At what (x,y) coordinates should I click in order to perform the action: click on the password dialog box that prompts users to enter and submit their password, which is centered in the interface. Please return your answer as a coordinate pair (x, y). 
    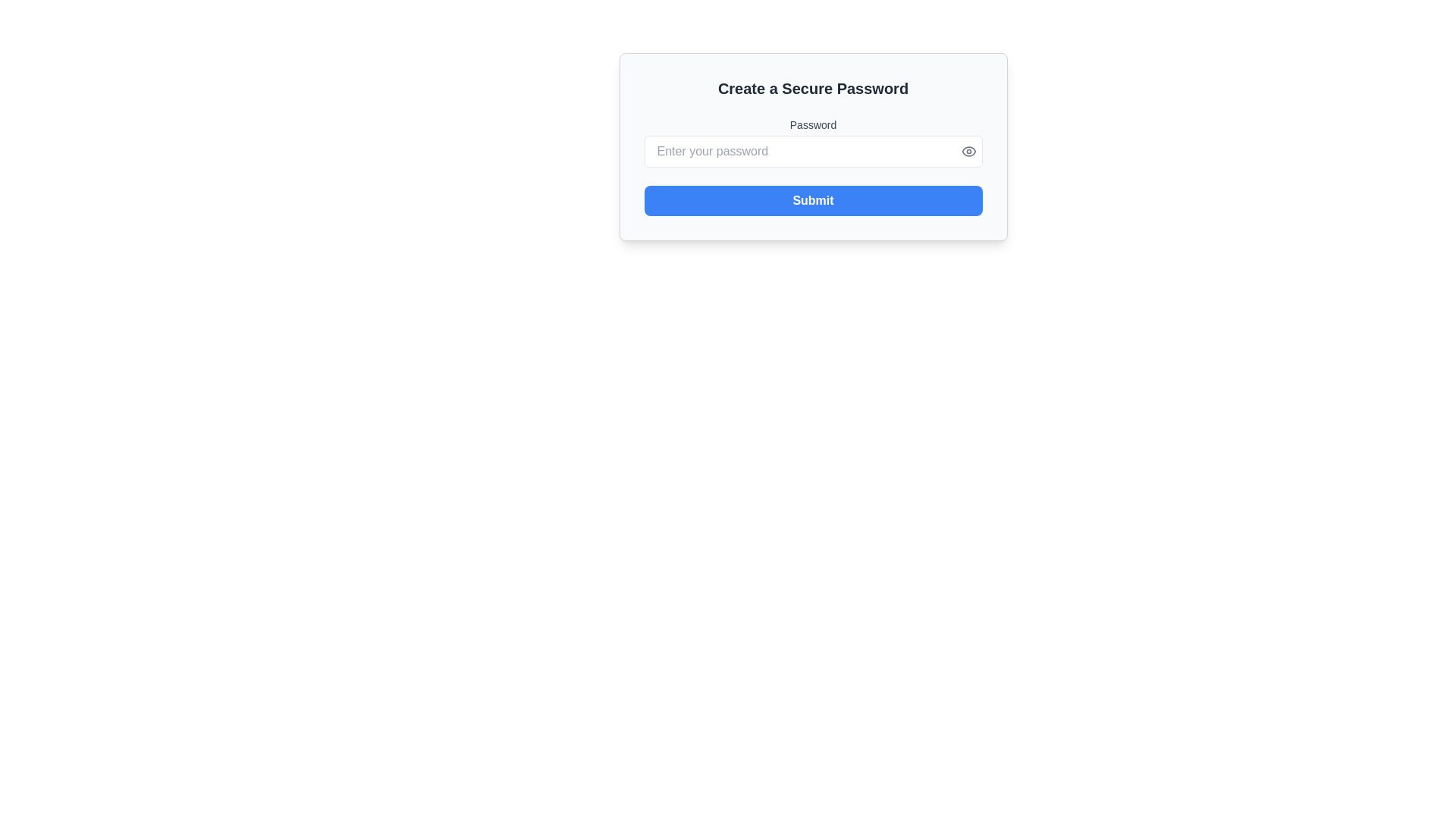
    Looking at the image, I should click on (812, 146).